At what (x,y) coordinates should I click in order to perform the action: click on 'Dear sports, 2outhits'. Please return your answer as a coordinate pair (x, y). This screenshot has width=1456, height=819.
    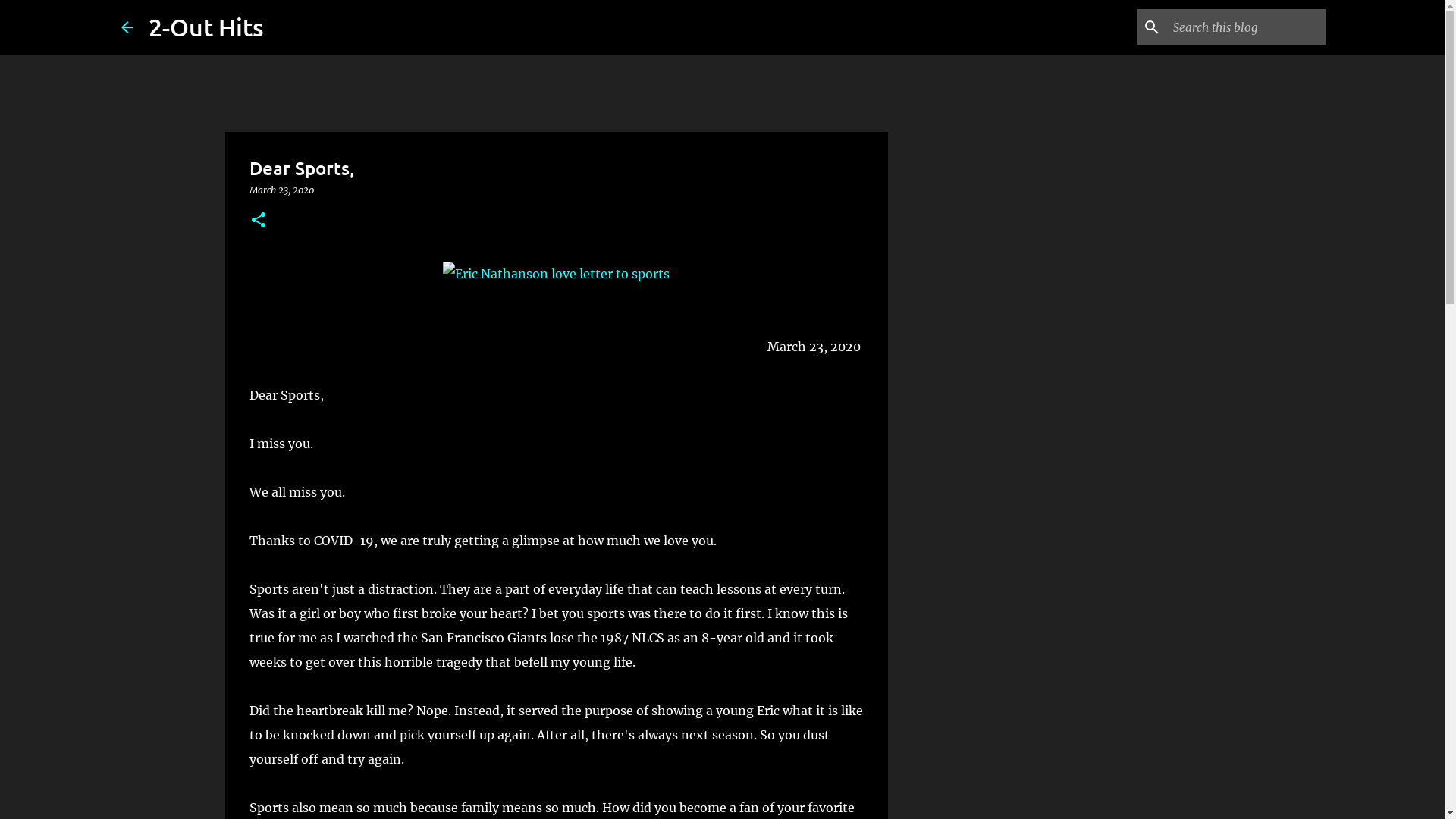
    Looking at the image, I should click on (555, 274).